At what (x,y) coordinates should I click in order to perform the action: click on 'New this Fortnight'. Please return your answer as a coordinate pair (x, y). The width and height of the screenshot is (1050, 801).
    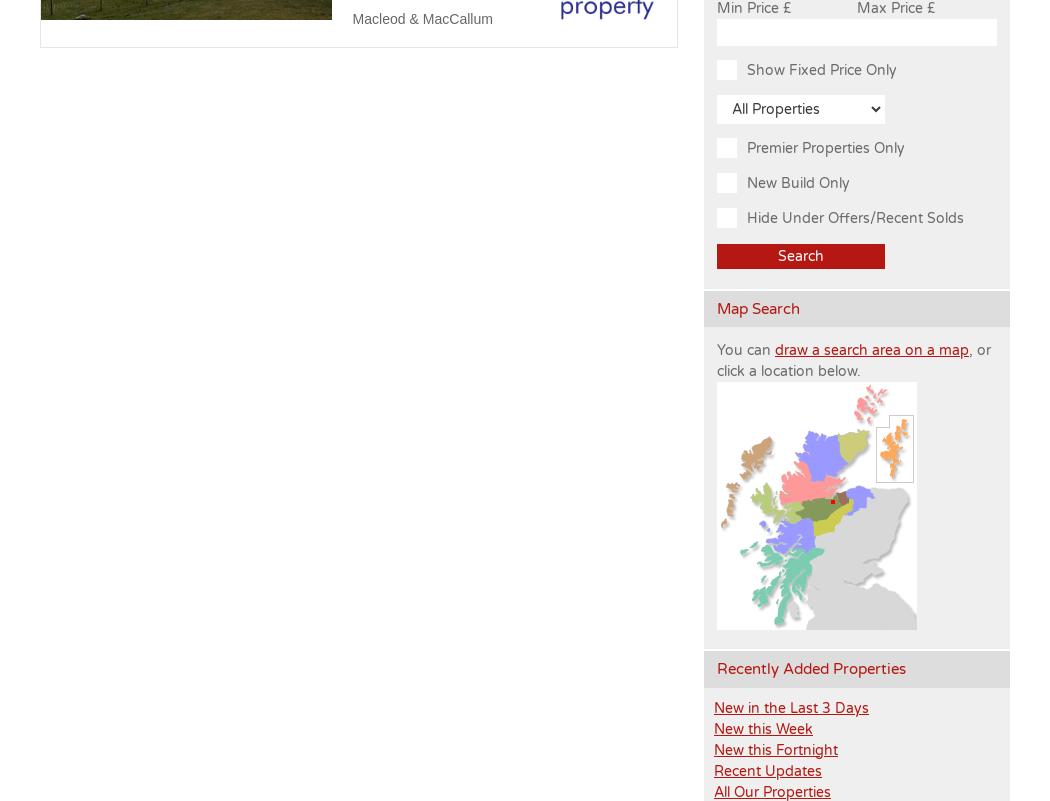
    Looking at the image, I should click on (775, 749).